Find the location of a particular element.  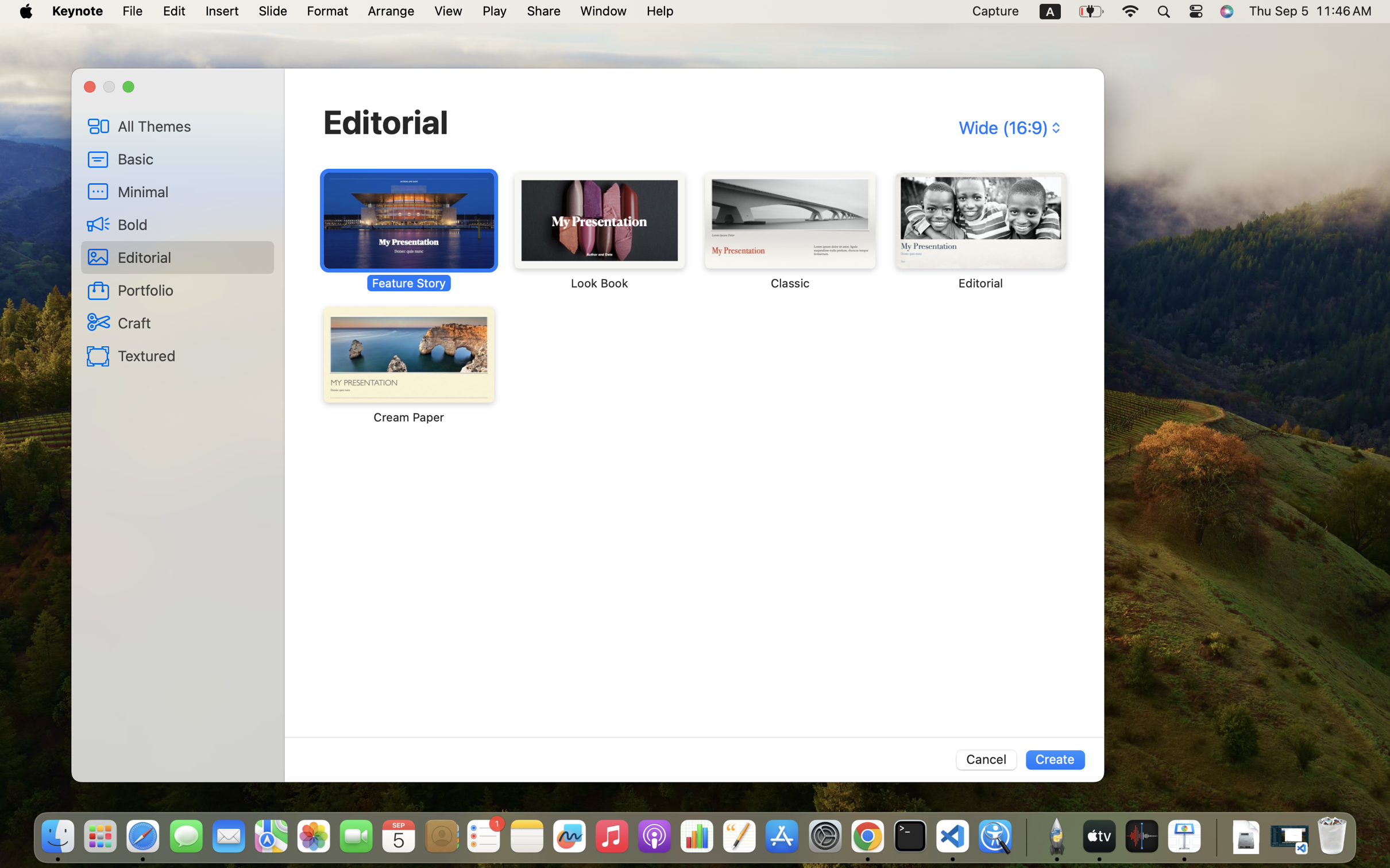

'Textured' is located at coordinates (192, 354).